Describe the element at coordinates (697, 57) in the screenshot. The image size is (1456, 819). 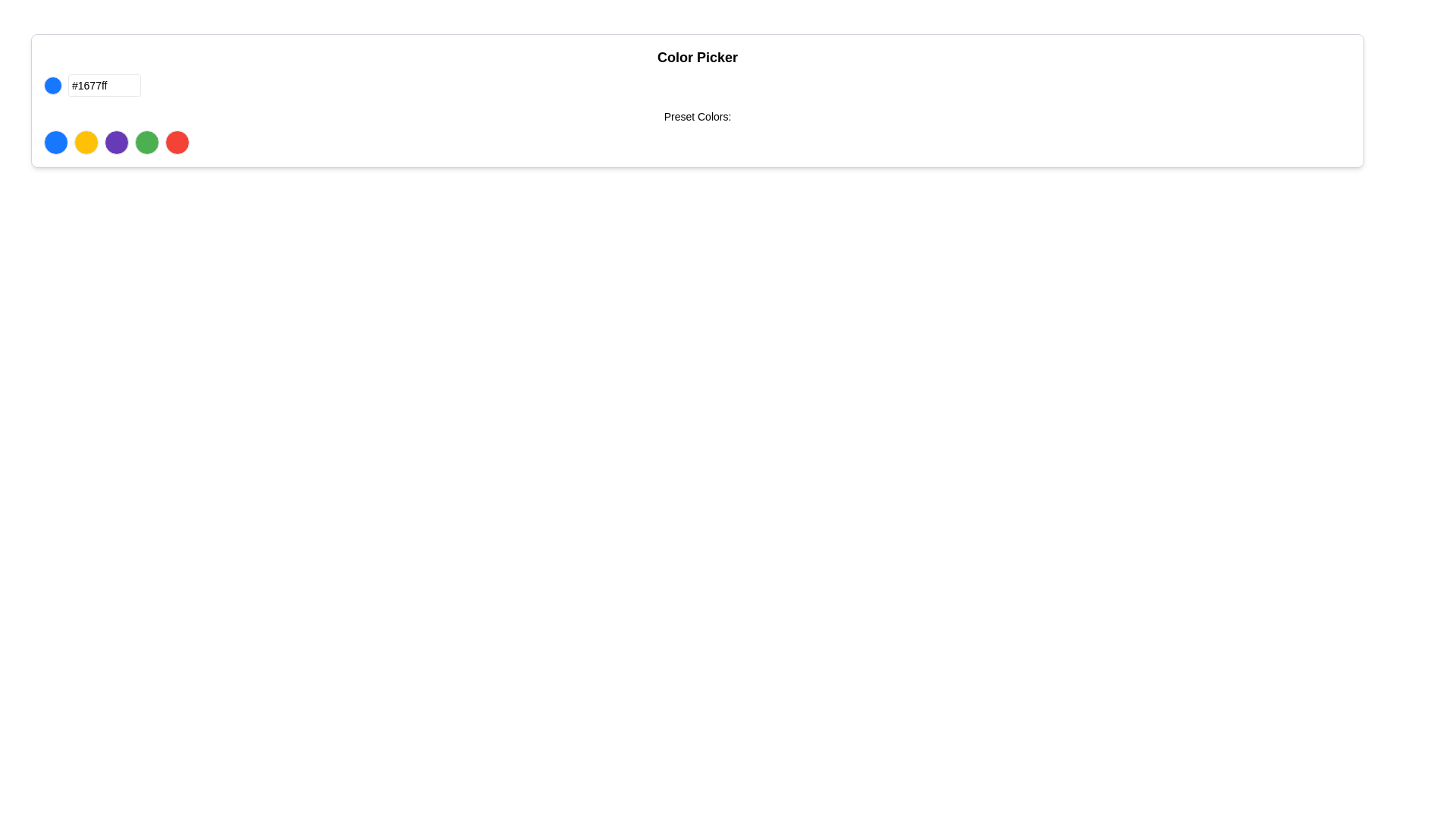
I see `the header text element related to color selection functionalities` at that location.